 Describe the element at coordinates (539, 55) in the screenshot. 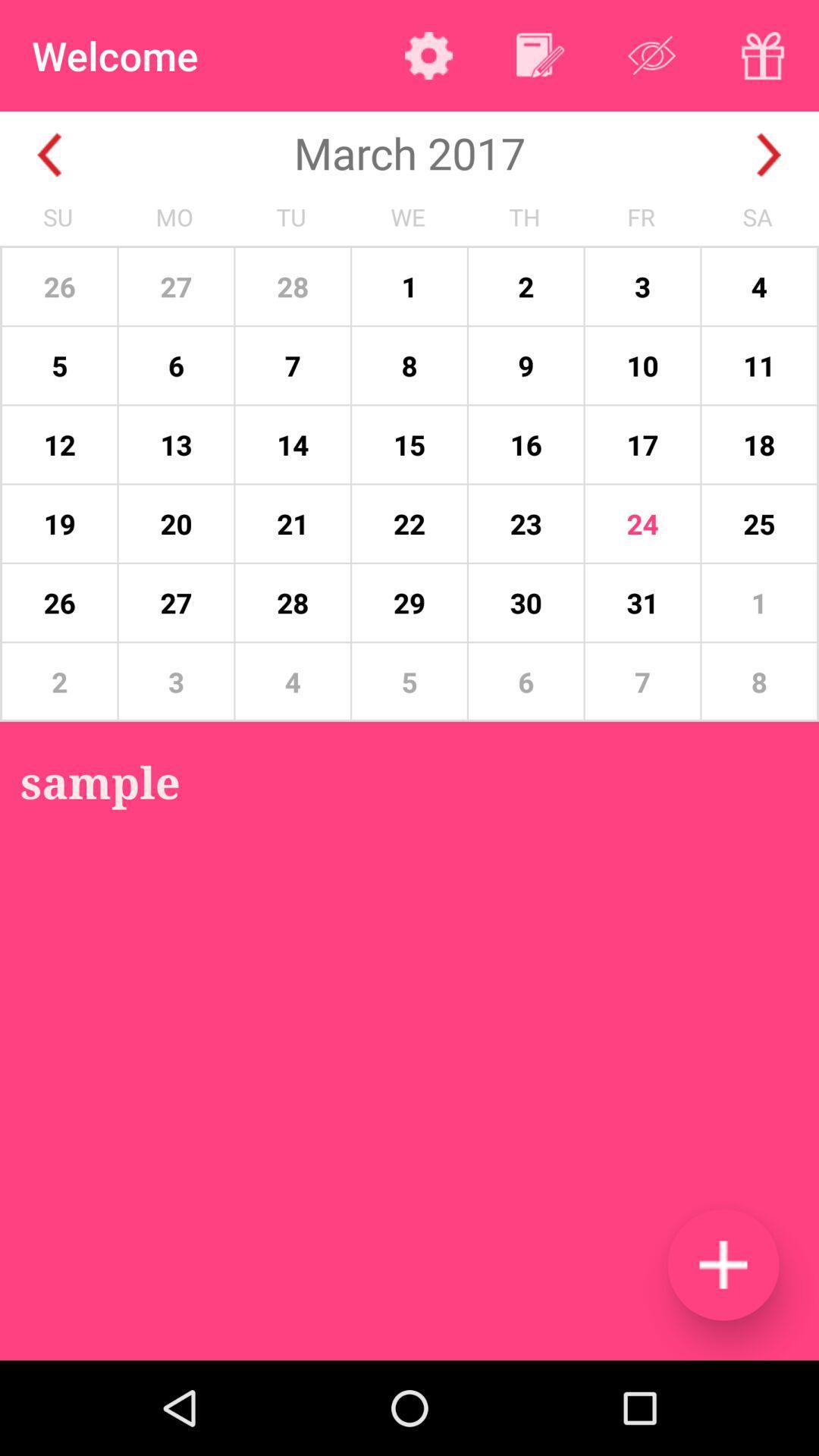

I see `edit` at that location.